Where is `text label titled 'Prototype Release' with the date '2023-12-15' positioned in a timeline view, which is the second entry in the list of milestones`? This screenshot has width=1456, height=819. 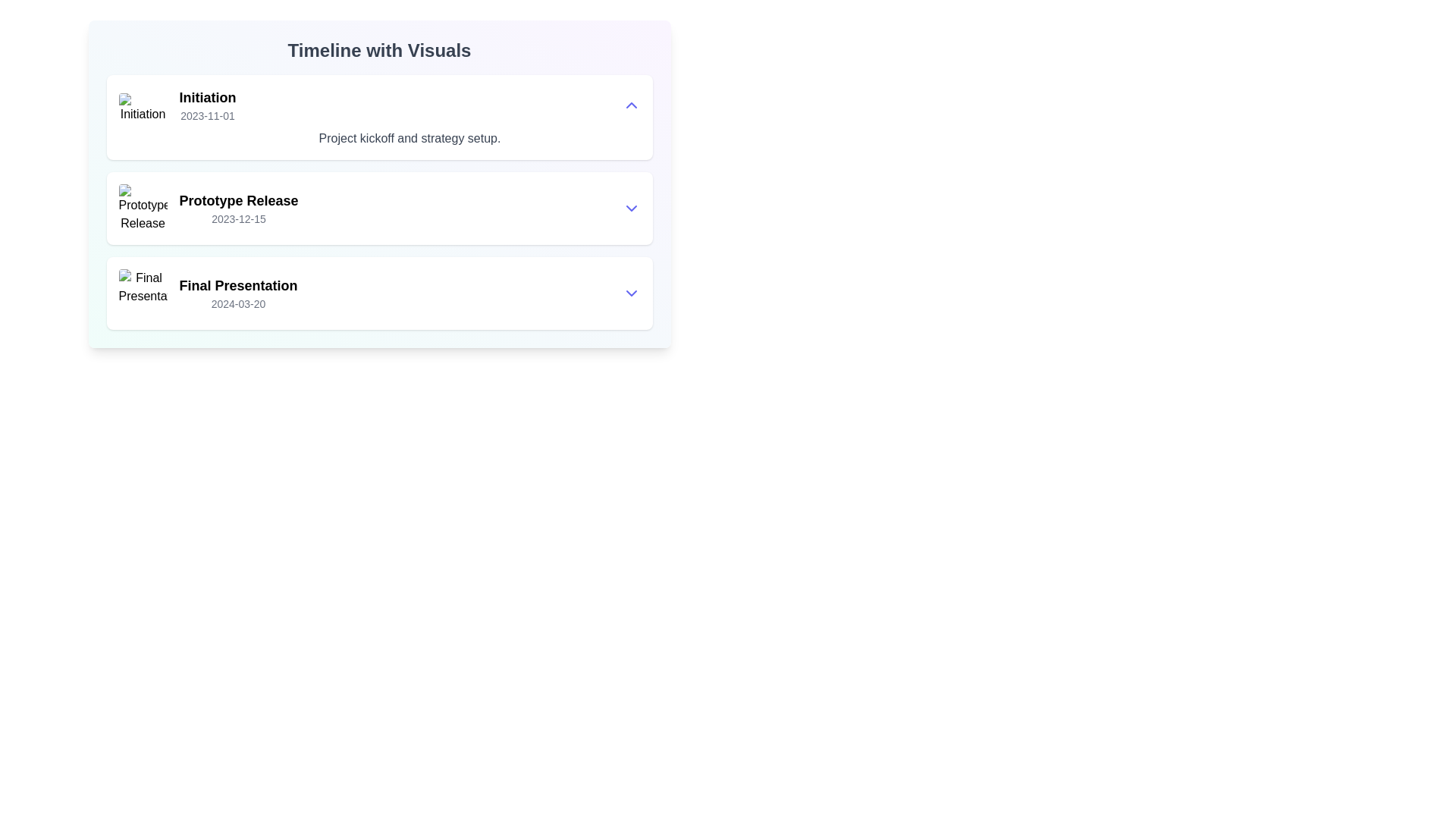
text label titled 'Prototype Release' with the date '2023-12-15' positioned in a timeline view, which is the second entry in the list of milestones is located at coordinates (238, 208).